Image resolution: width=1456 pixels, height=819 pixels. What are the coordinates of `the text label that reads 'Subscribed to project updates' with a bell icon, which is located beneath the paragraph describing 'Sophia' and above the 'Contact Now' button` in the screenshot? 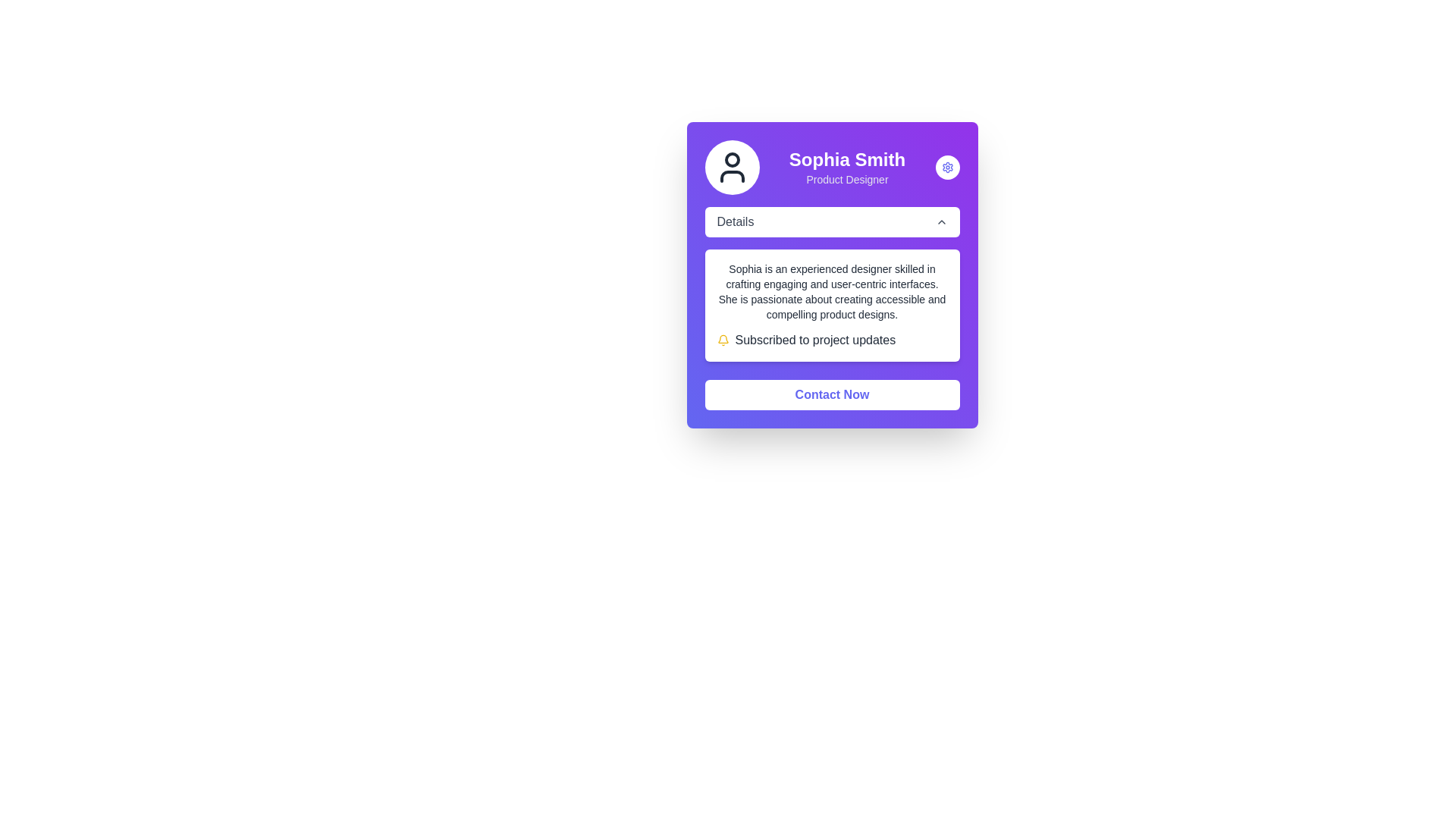 It's located at (831, 339).